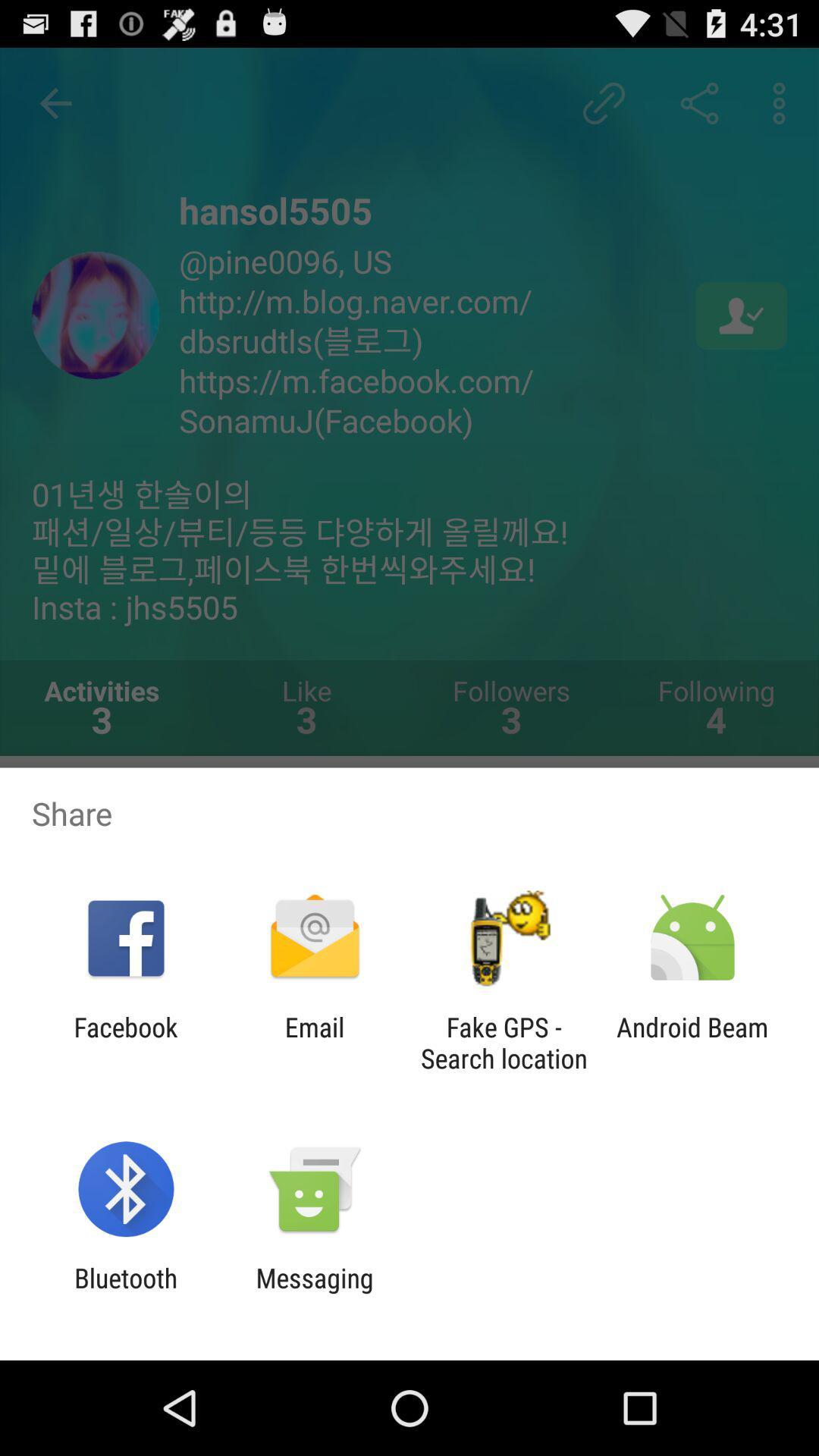  I want to click on app to the right of facebook, so click(314, 1042).